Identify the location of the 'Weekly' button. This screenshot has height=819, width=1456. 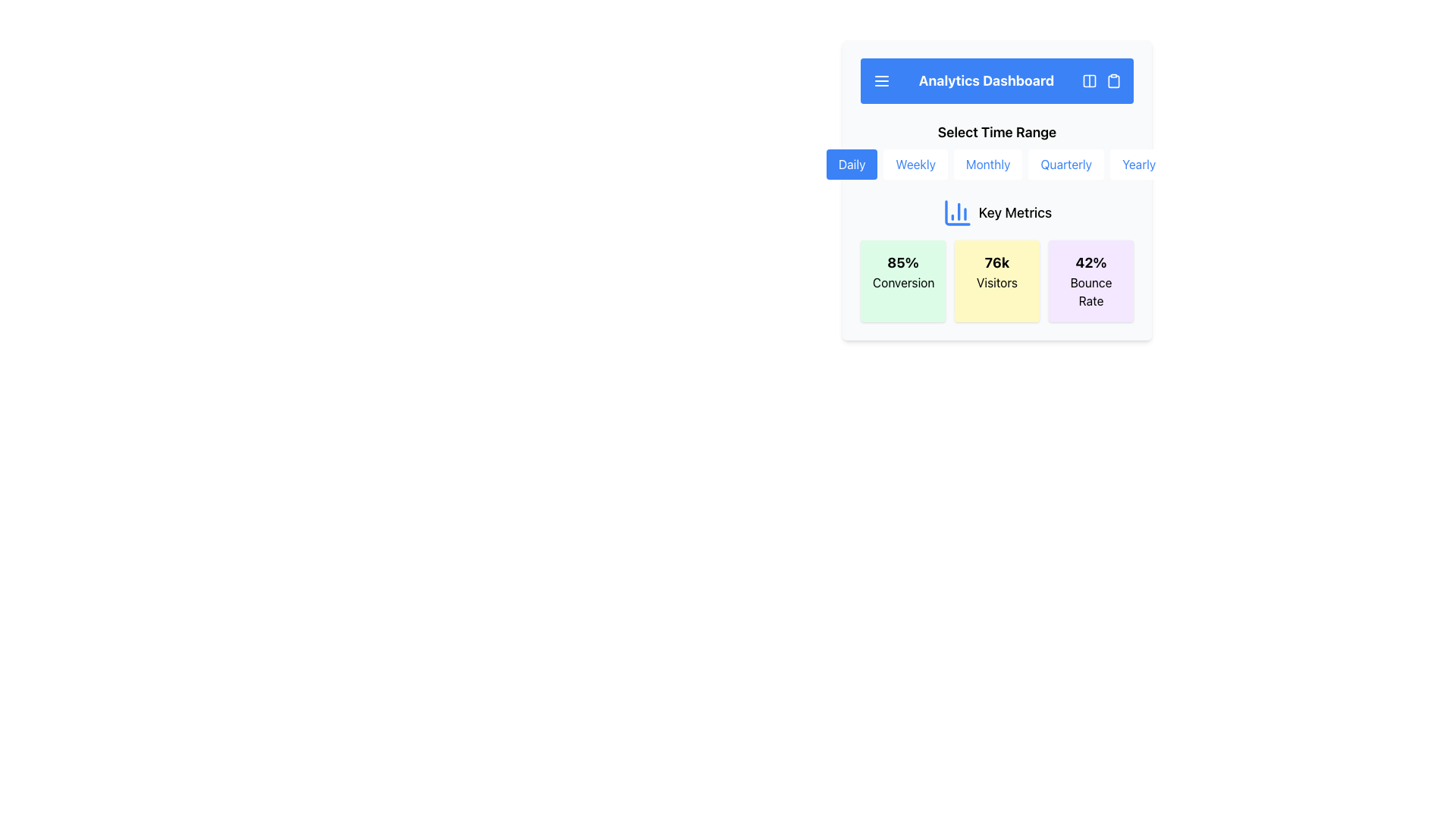
(915, 164).